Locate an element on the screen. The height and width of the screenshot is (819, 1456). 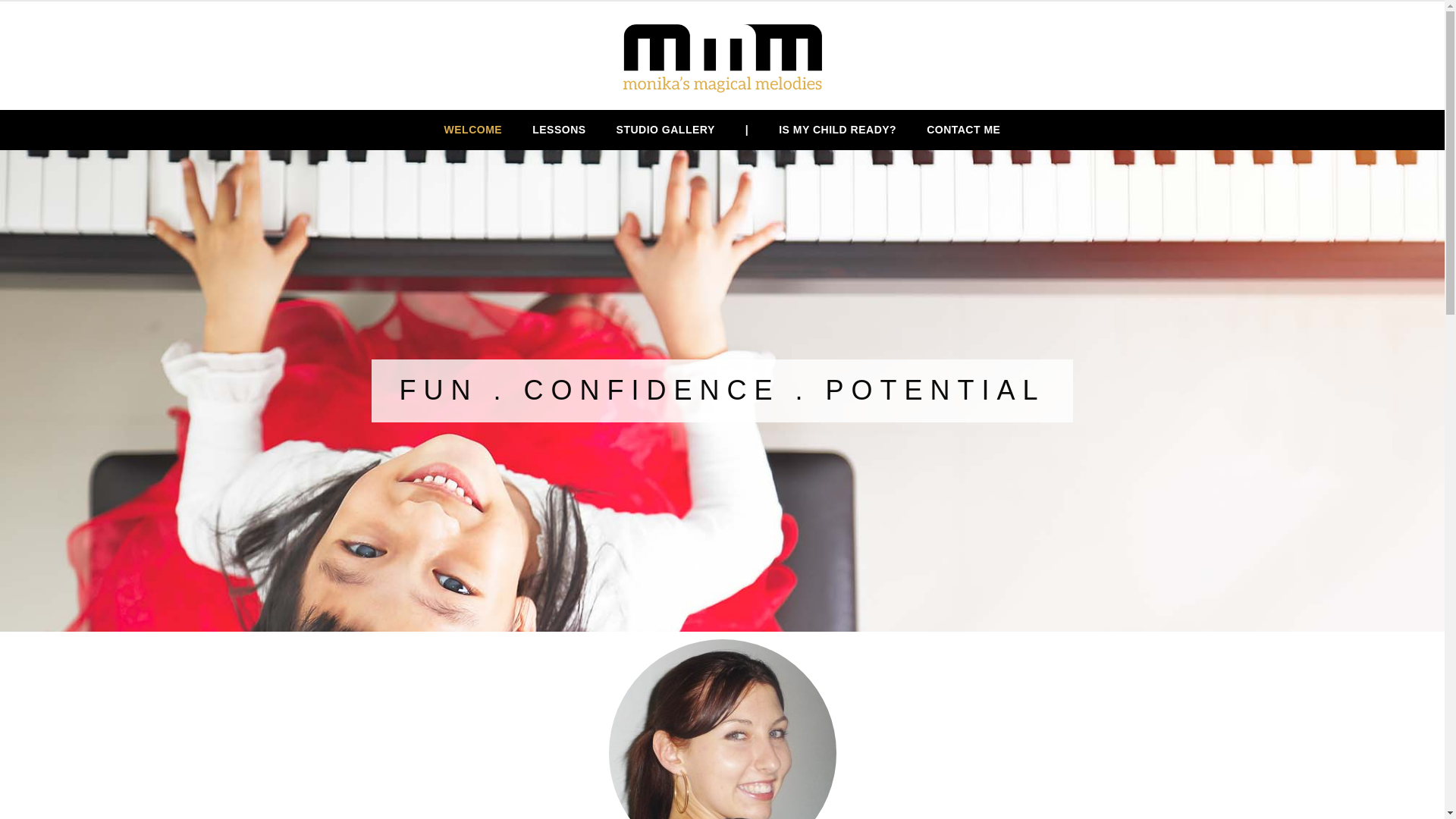
'STUDIO GALLERY' is located at coordinates (666, 129).